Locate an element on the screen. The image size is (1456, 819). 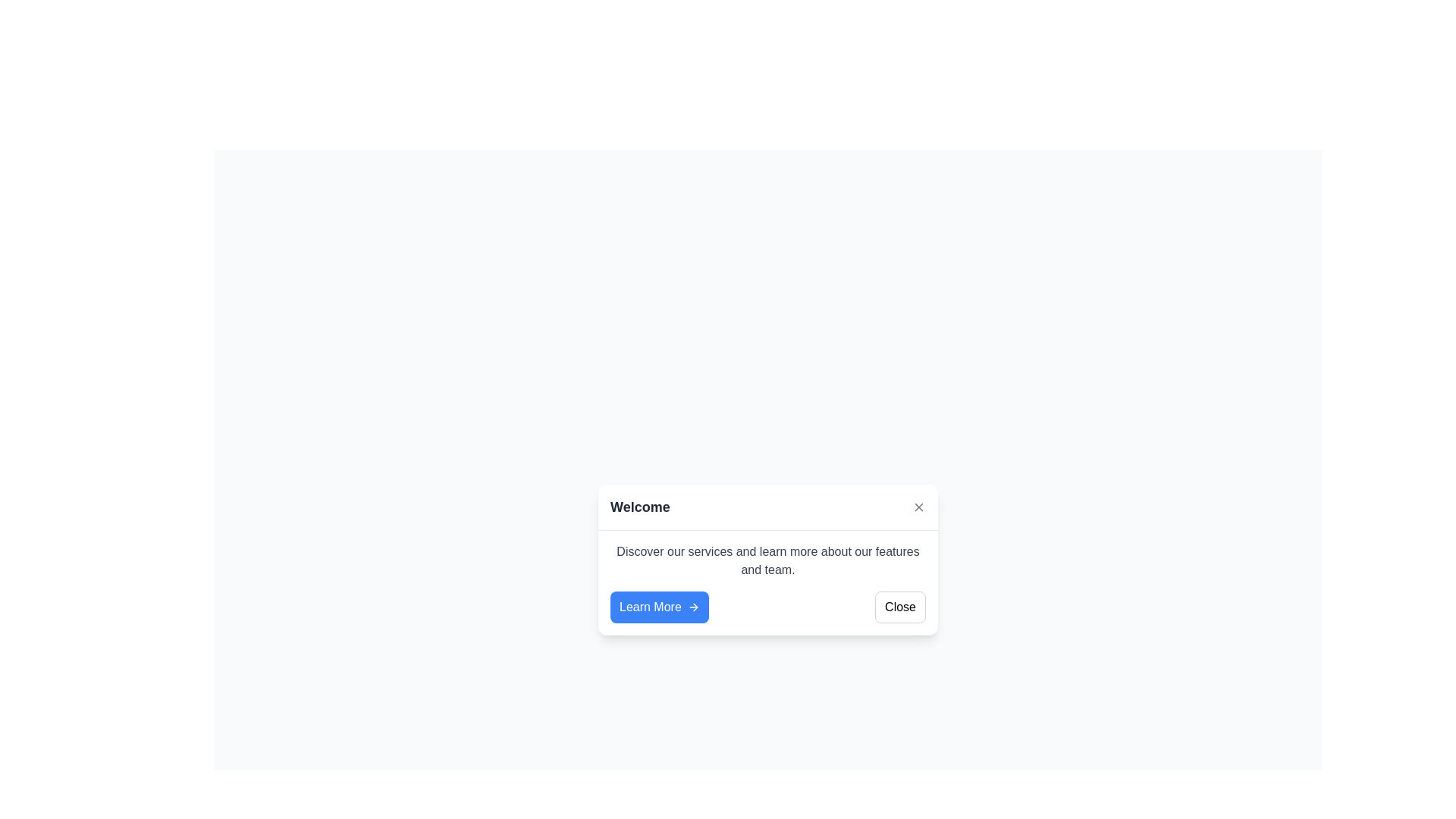
the close button located at the top-right corner of the box containing the heading 'Welcome' is located at coordinates (918, 507).